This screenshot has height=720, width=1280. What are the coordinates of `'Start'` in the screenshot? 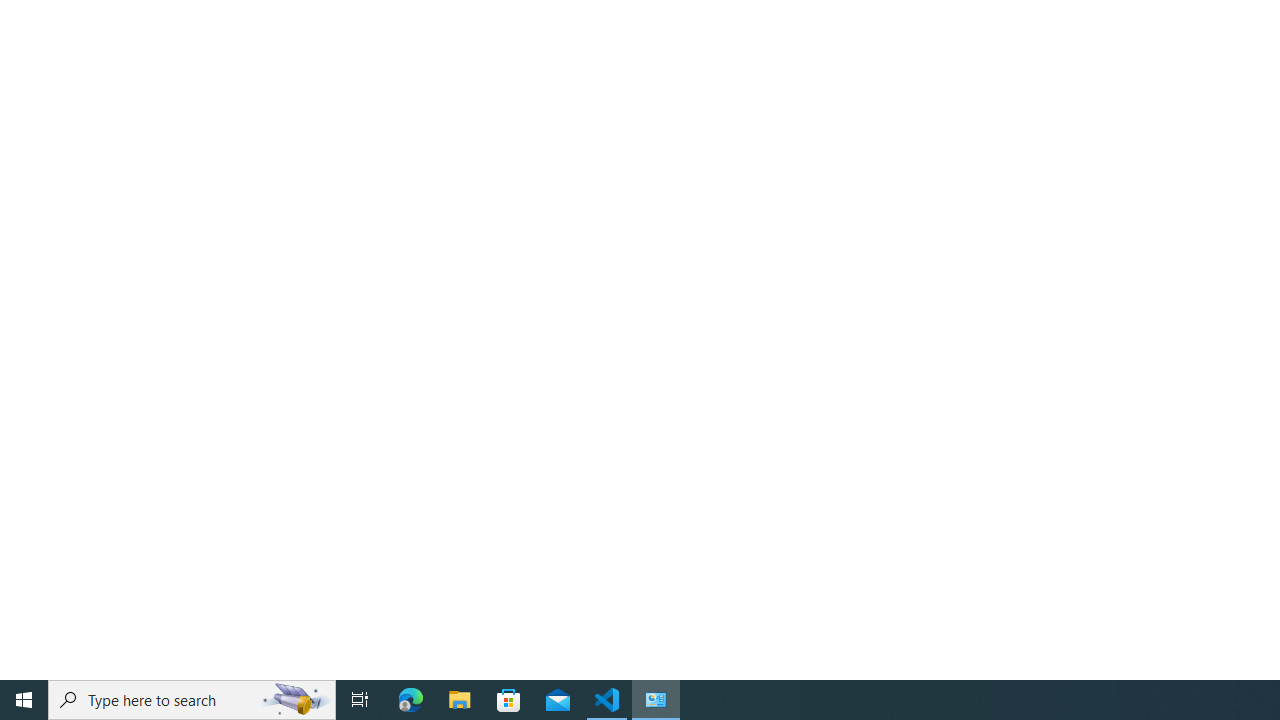 It's located at (24, 698).